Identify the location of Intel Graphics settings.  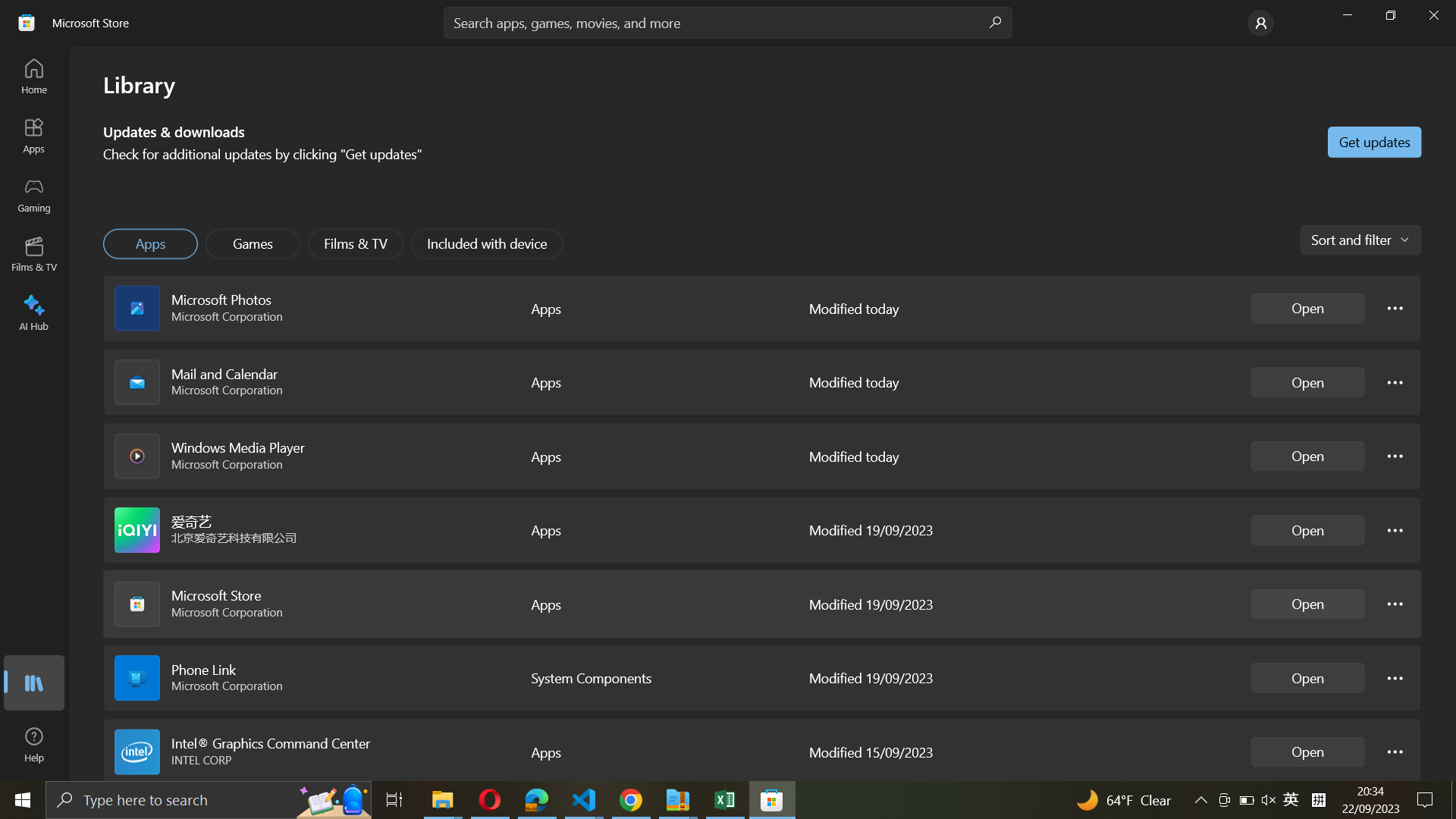
(1395, 752).